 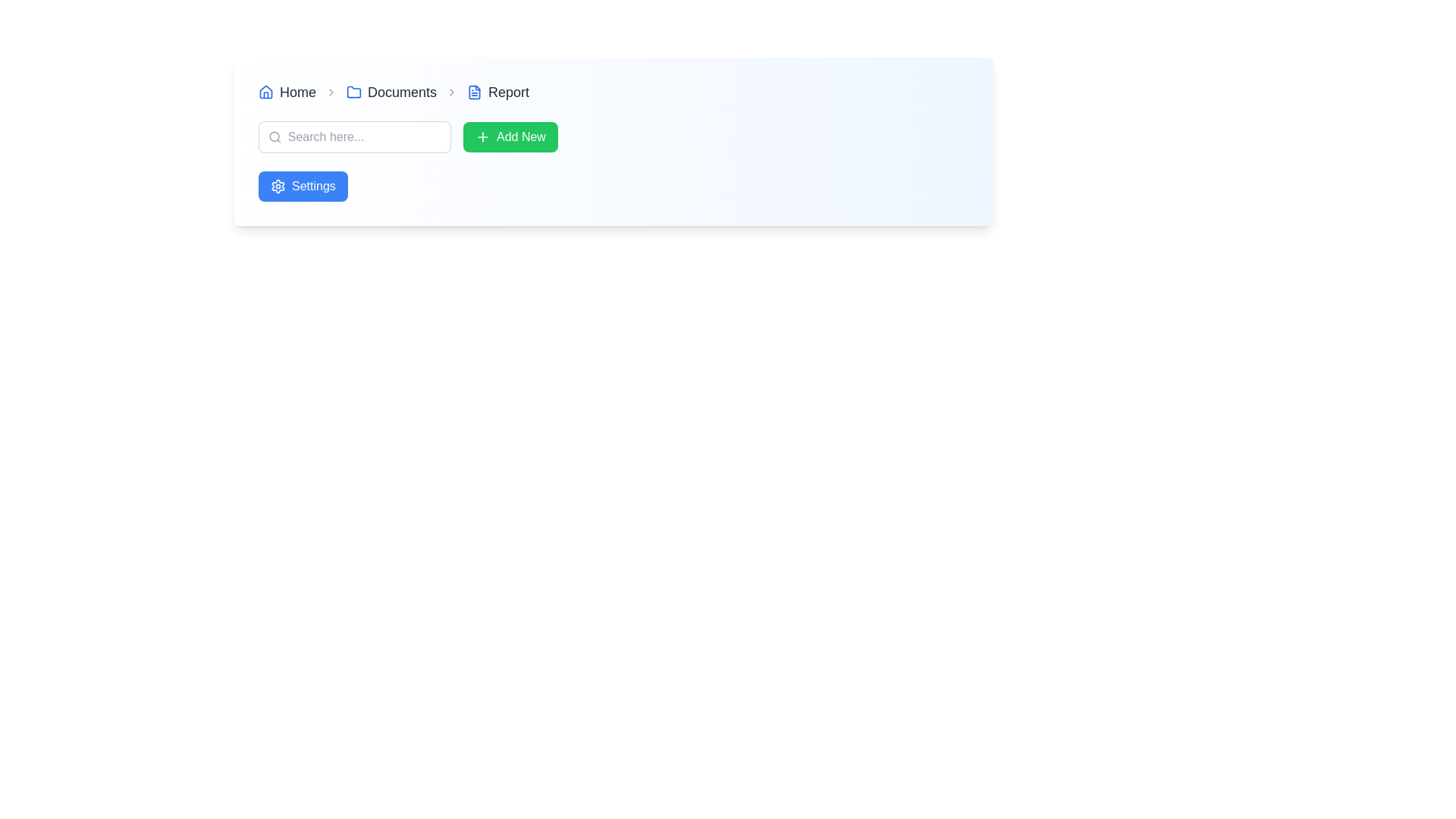 I want to click on the chevron icon that separates the 'Documents' and 'Report' breadcrumb items in the navigation bar, so click(x=450, y=93).